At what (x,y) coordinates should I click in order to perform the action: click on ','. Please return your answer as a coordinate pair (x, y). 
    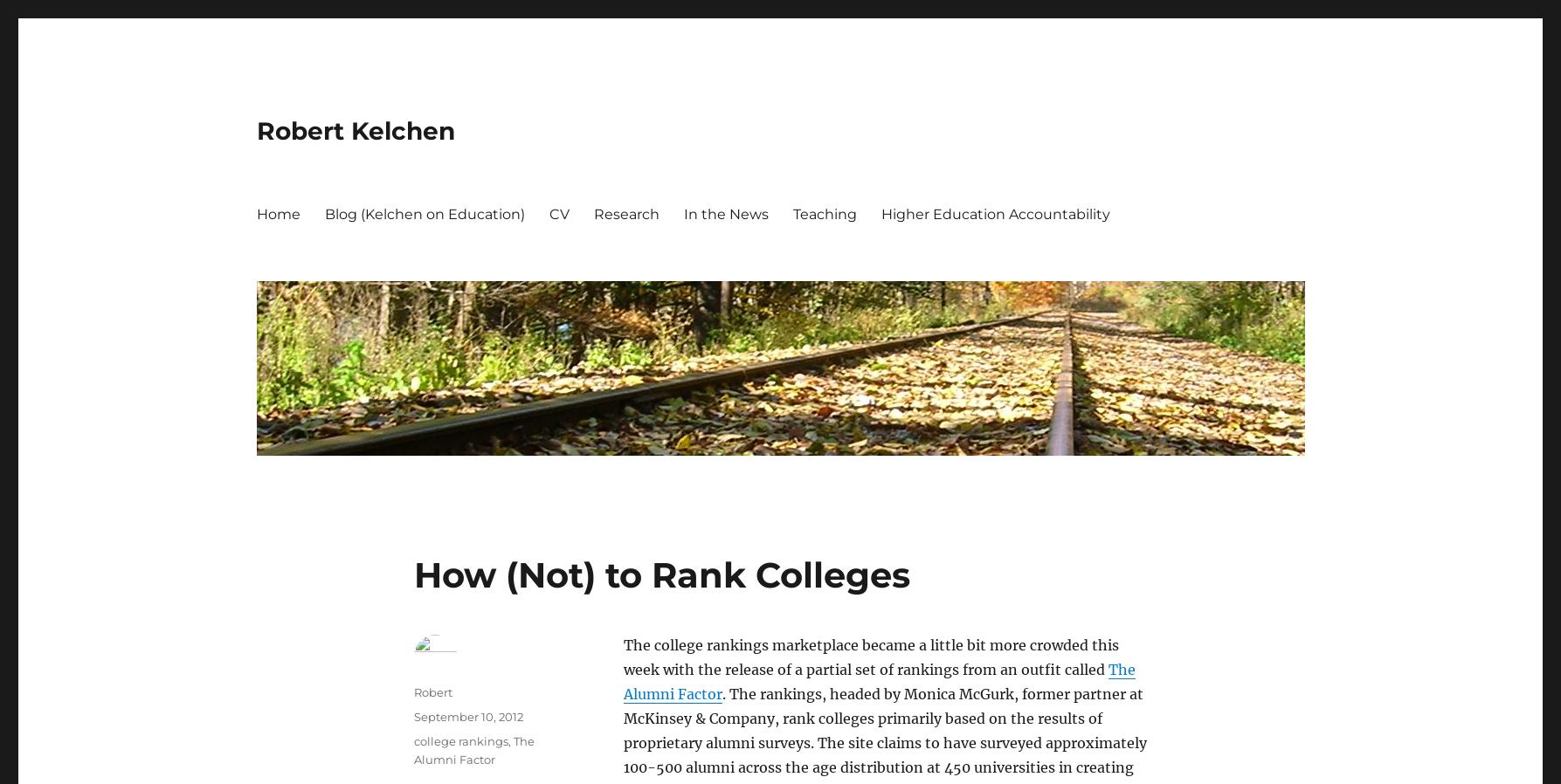
    Looking at the image, I should click on (508, 740).